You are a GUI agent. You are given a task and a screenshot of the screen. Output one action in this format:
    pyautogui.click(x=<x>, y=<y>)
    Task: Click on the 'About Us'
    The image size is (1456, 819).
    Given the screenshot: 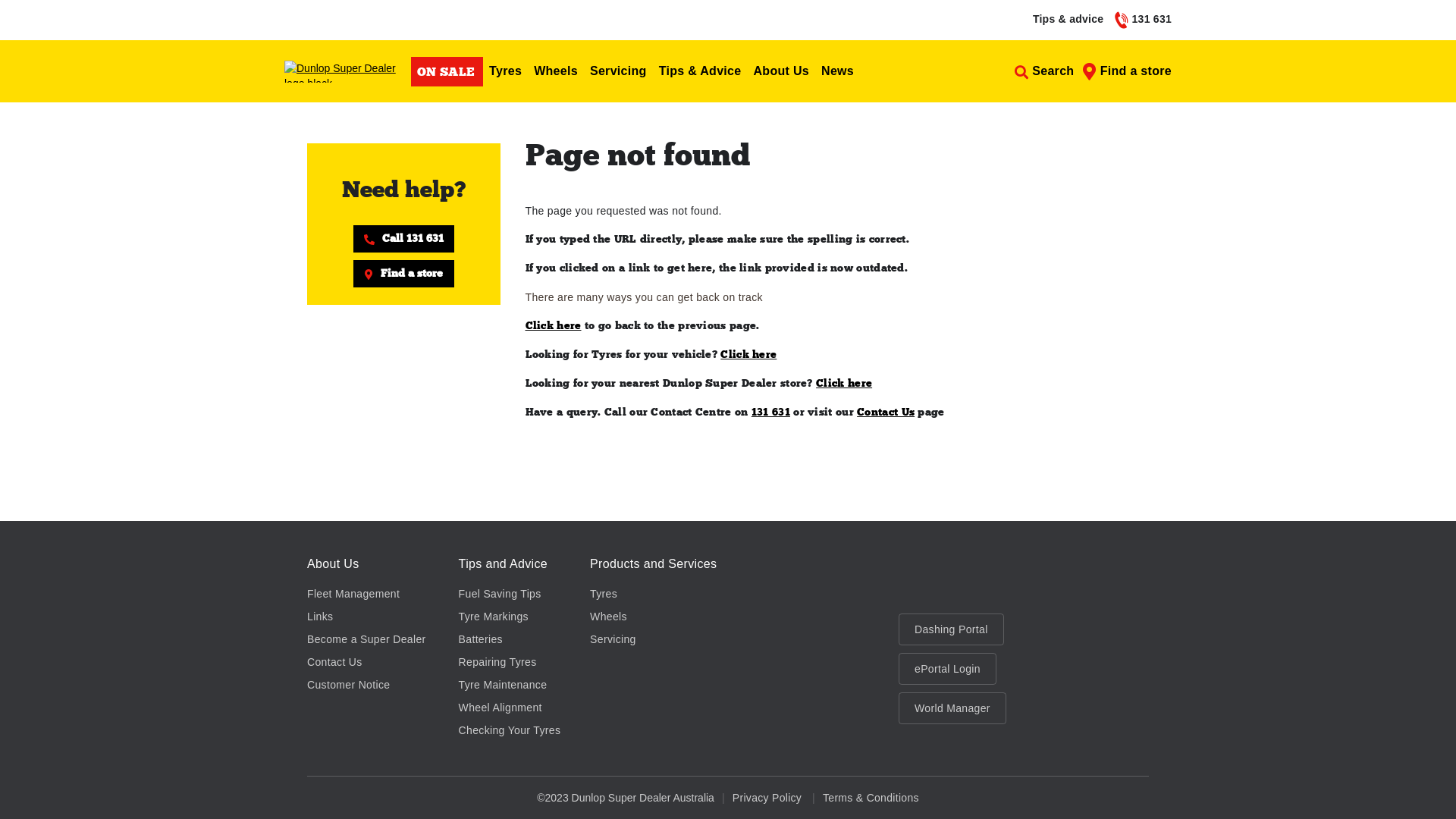 What is the action you would take?
    pyautogui.click(x=782, y=71)
    